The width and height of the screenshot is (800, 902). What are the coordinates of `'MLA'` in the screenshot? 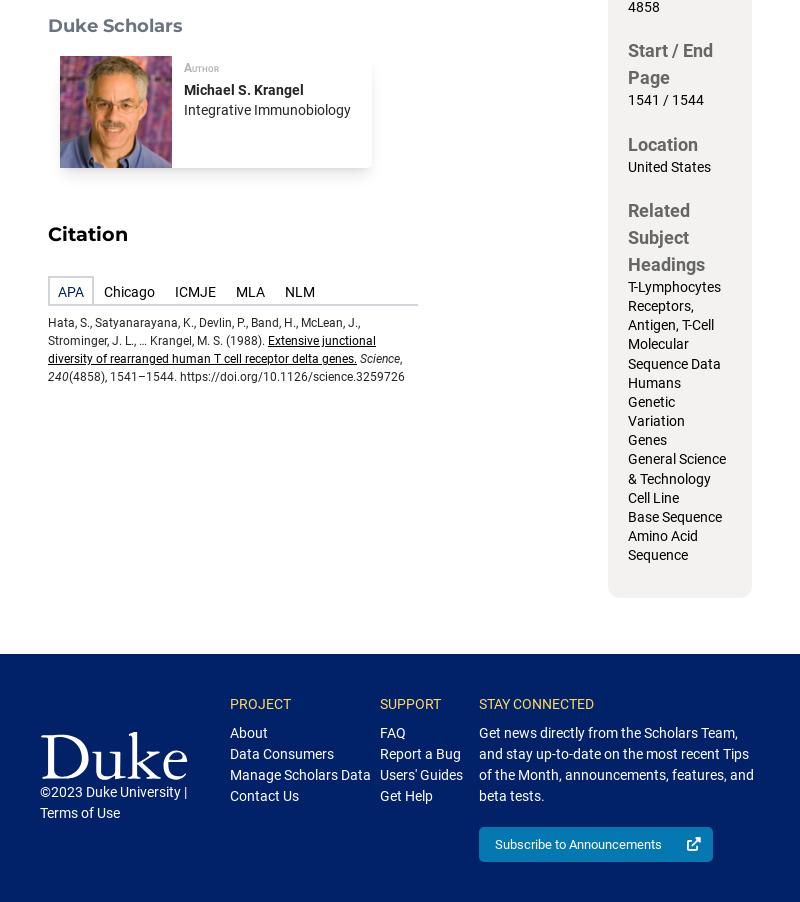 It's located at (235, 291).